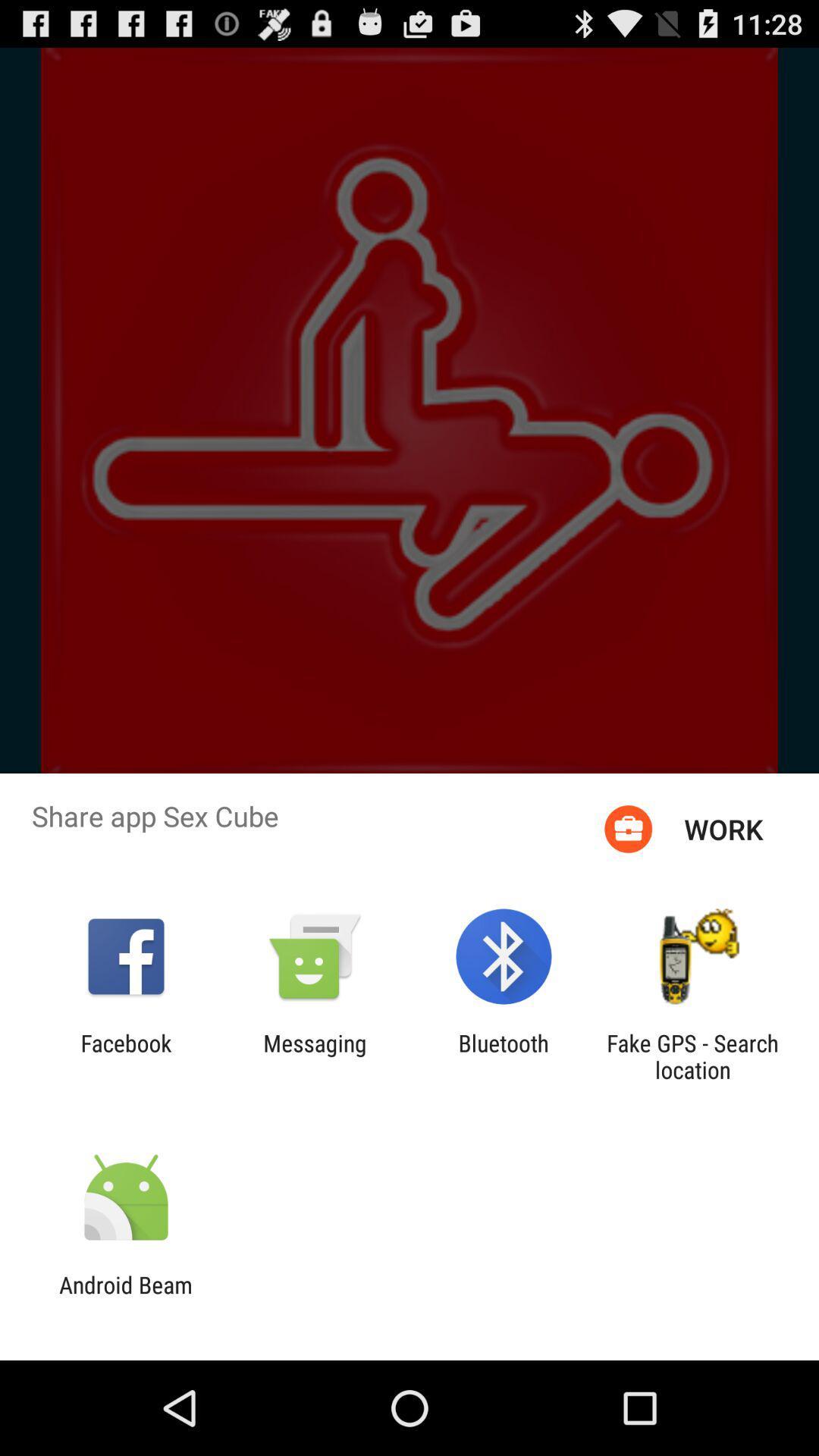  Describe the element at coordinates (125, 1056) in the screenshot. I see `the facebook icon` at that location.